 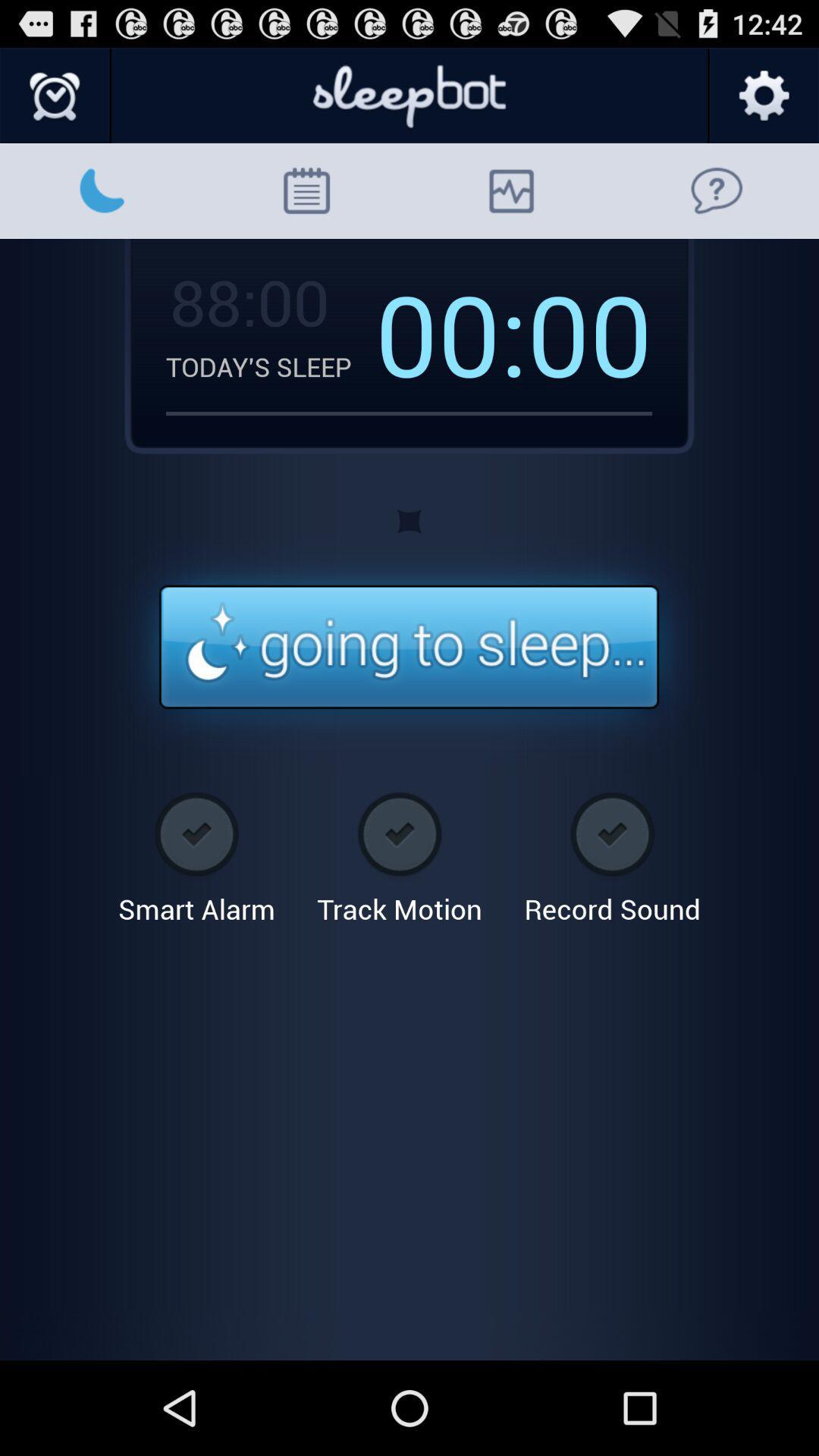 I want to click on app to the left of 00 app, so click(x=450, y=332).